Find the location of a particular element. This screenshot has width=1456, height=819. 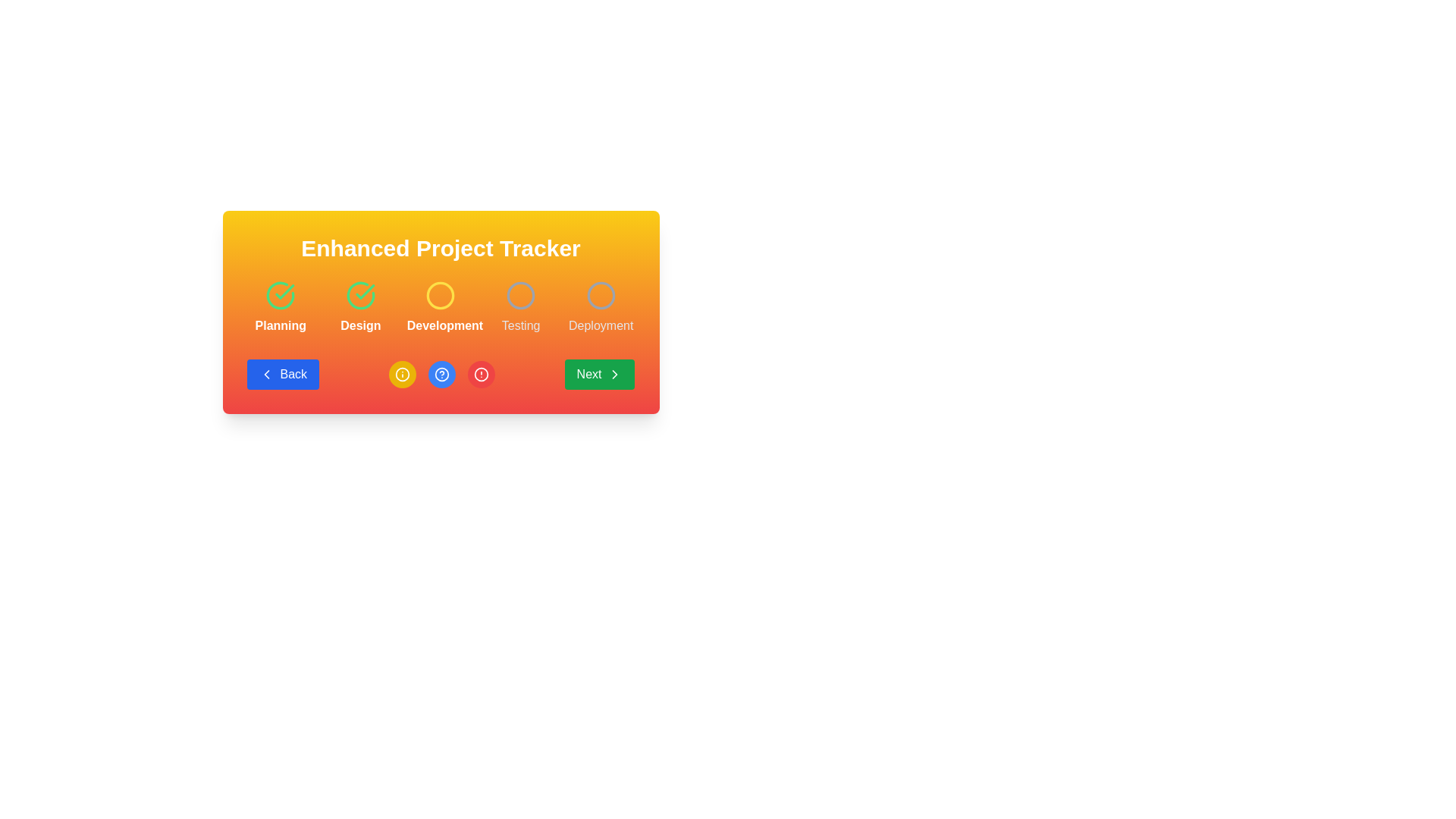

the checkmark icon in the 'Design' section, which represents a positive confirmation or successful action indicator is located at coordinates (285, 292).